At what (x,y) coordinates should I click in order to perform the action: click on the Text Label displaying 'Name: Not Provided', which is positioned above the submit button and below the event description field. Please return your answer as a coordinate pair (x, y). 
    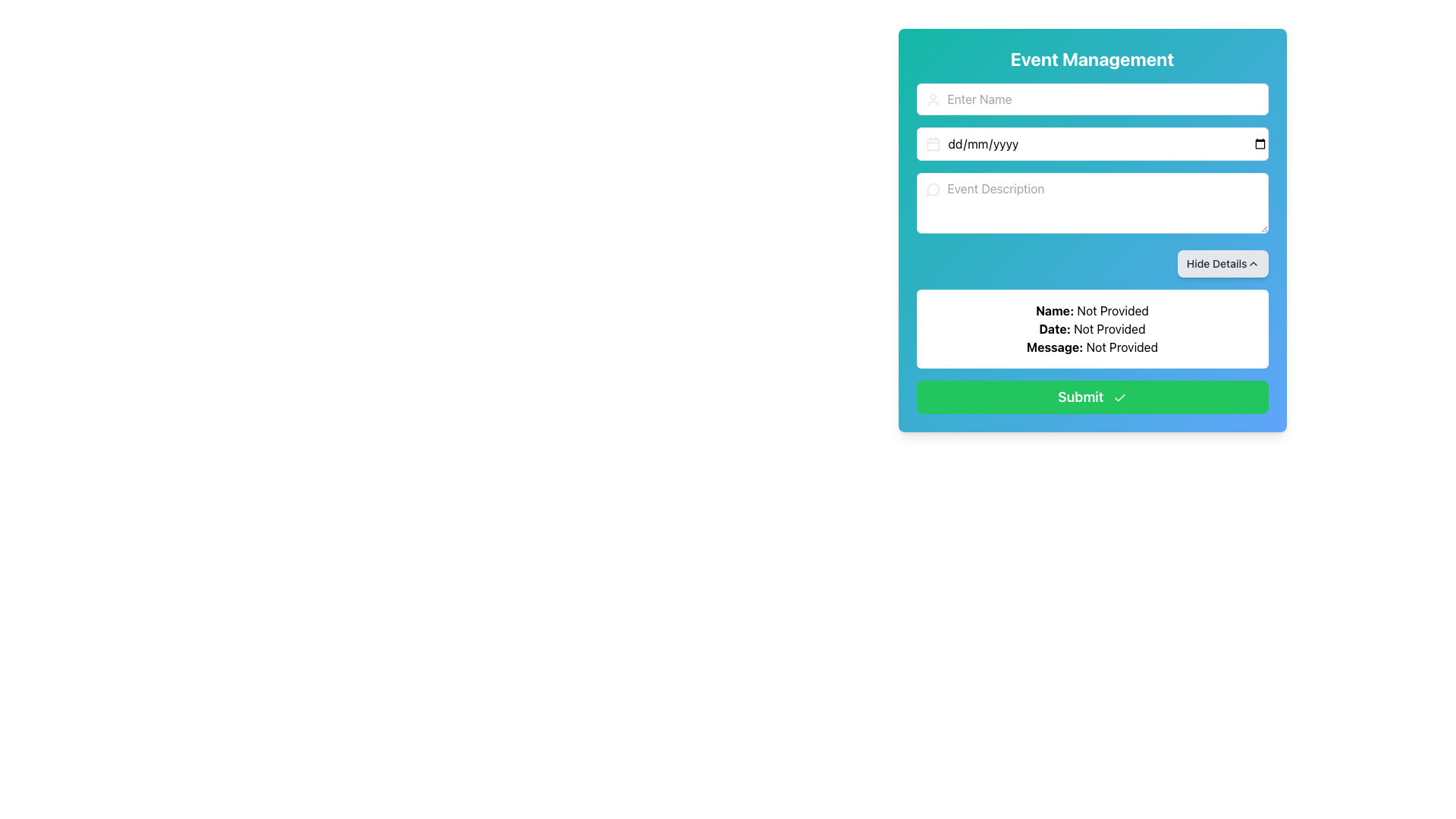
    Looking at the image, I should click on (1092, 309).